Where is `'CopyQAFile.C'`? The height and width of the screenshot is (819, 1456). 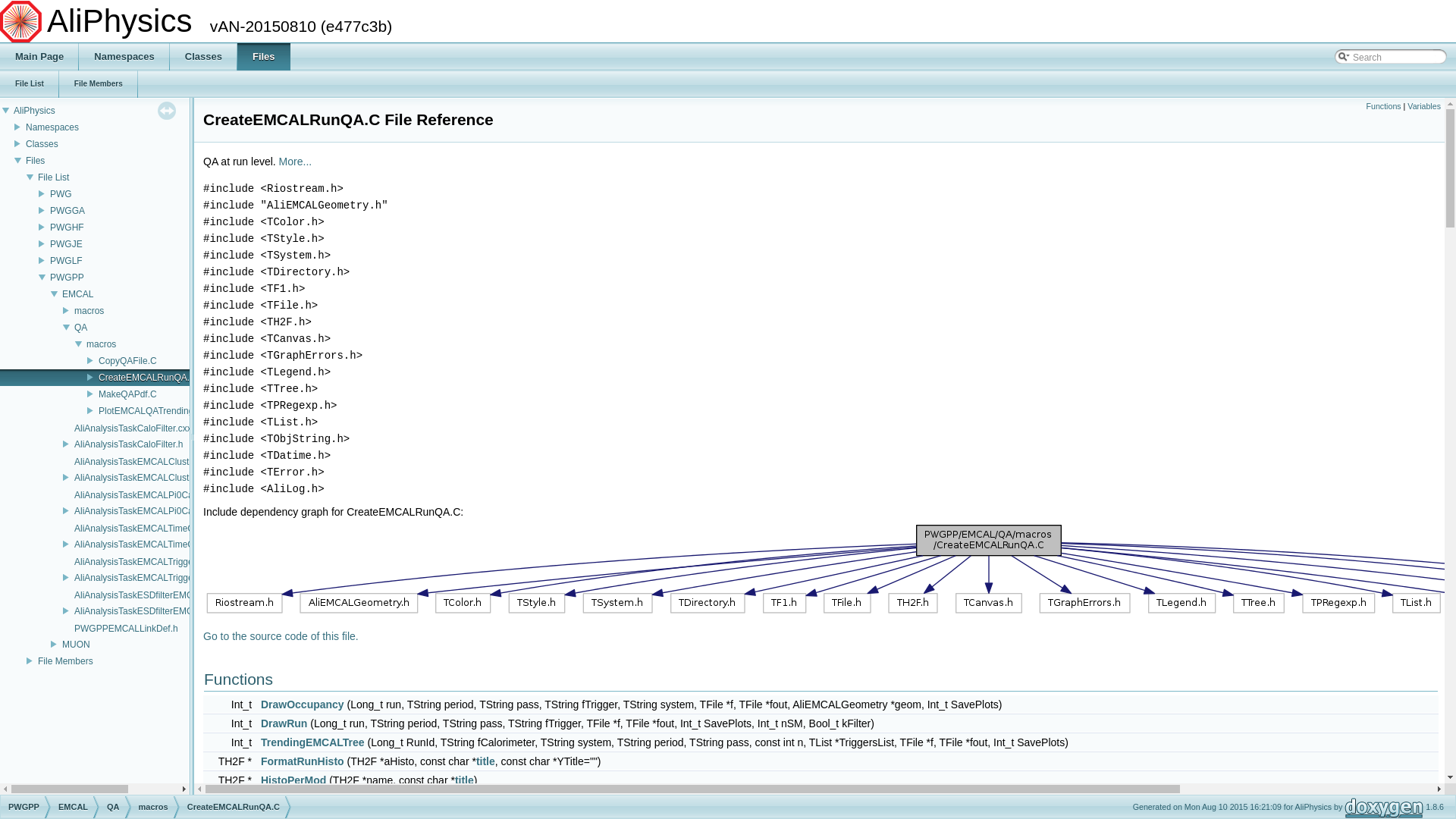 'CopyQAFile.C' is located at coordinates (127, 360).